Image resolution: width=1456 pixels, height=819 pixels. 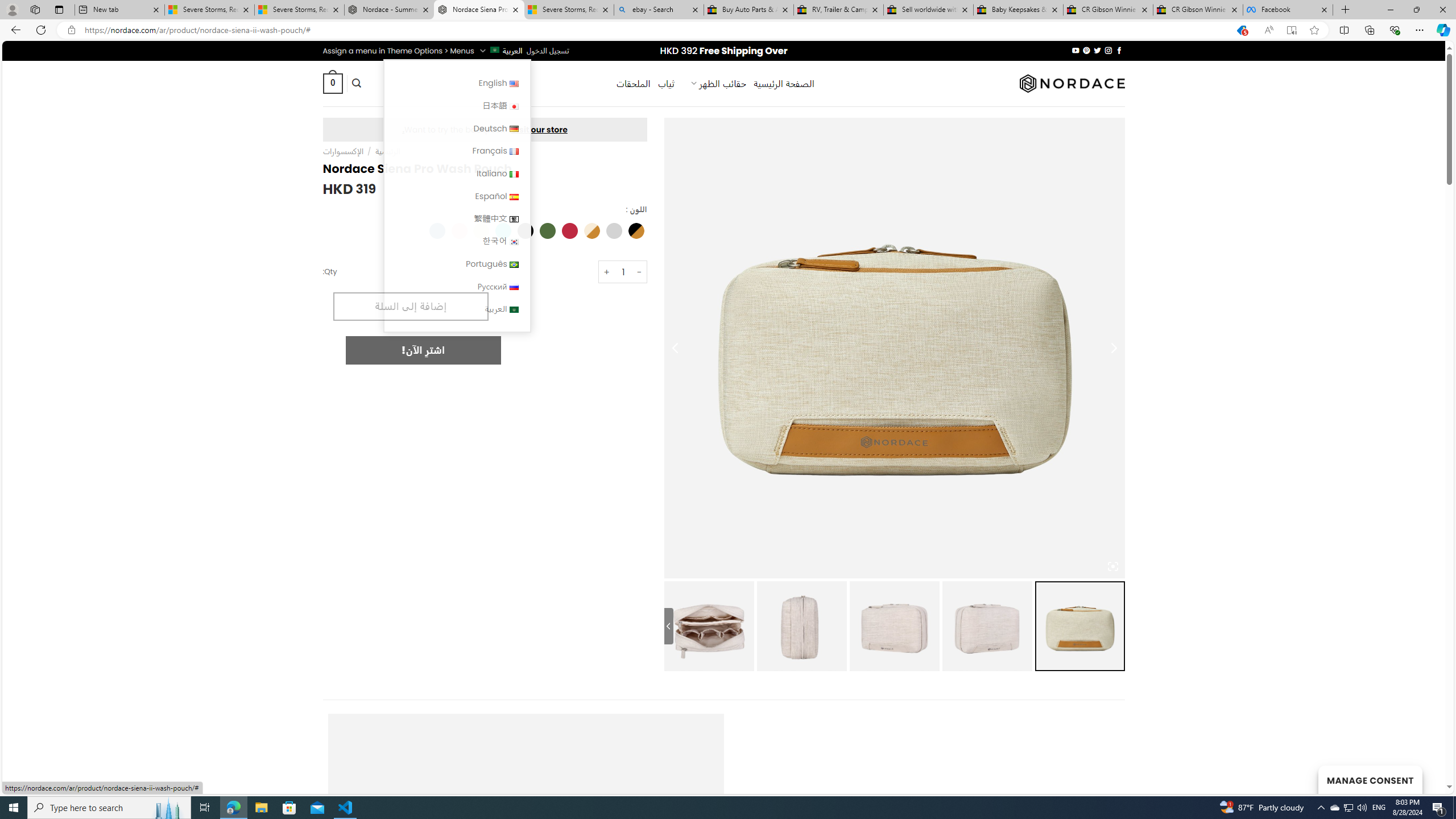 What do you see at coordinates (513, 83) in the screenshot?
I see `'English'` at bounding box center [513, 83].